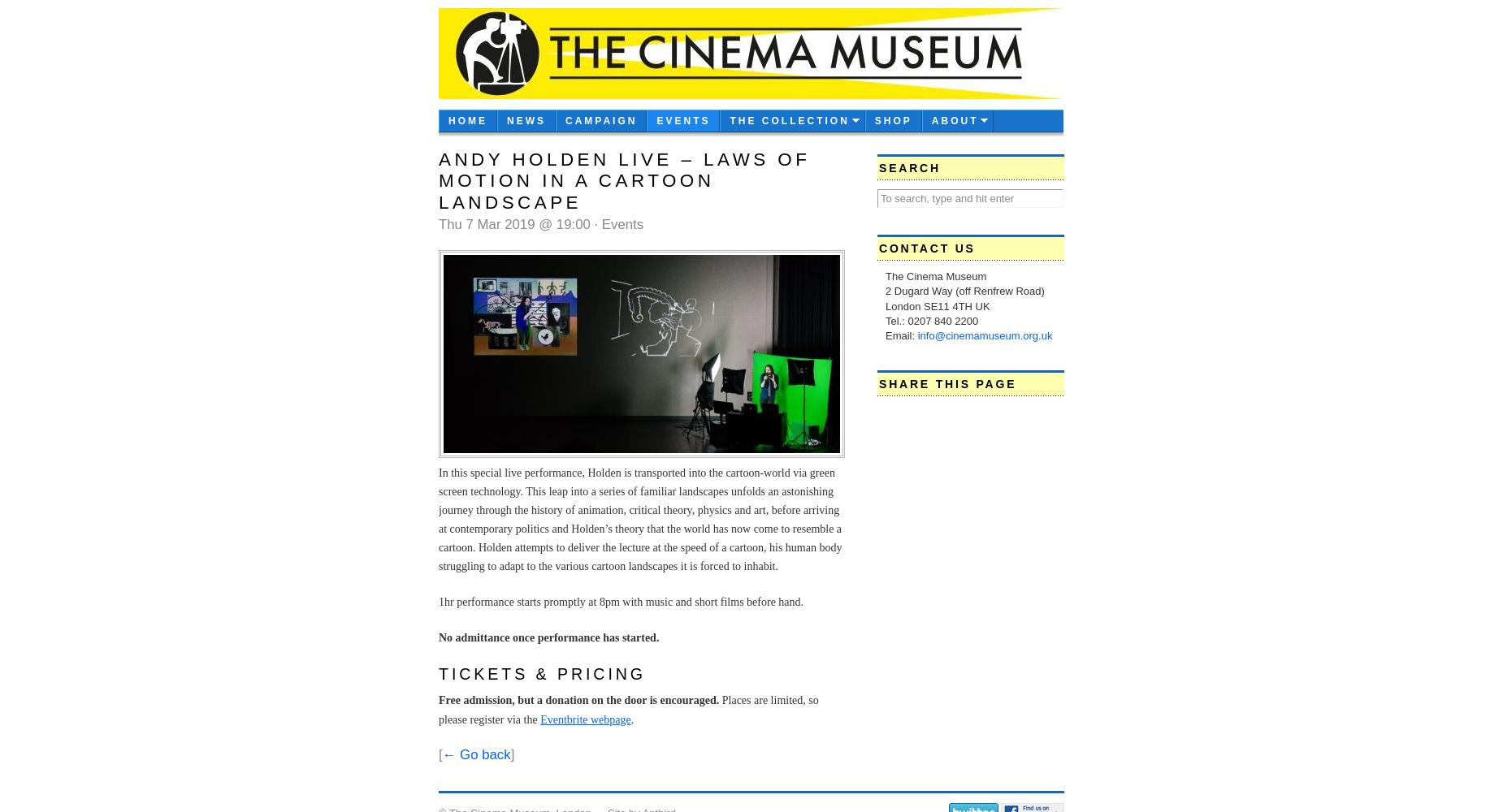 This screenshot has height=812, width=1503. What do you see at coordinates (892, 120) in the screenshot?
I see `'Shop'` at bounding box center [892, 120].